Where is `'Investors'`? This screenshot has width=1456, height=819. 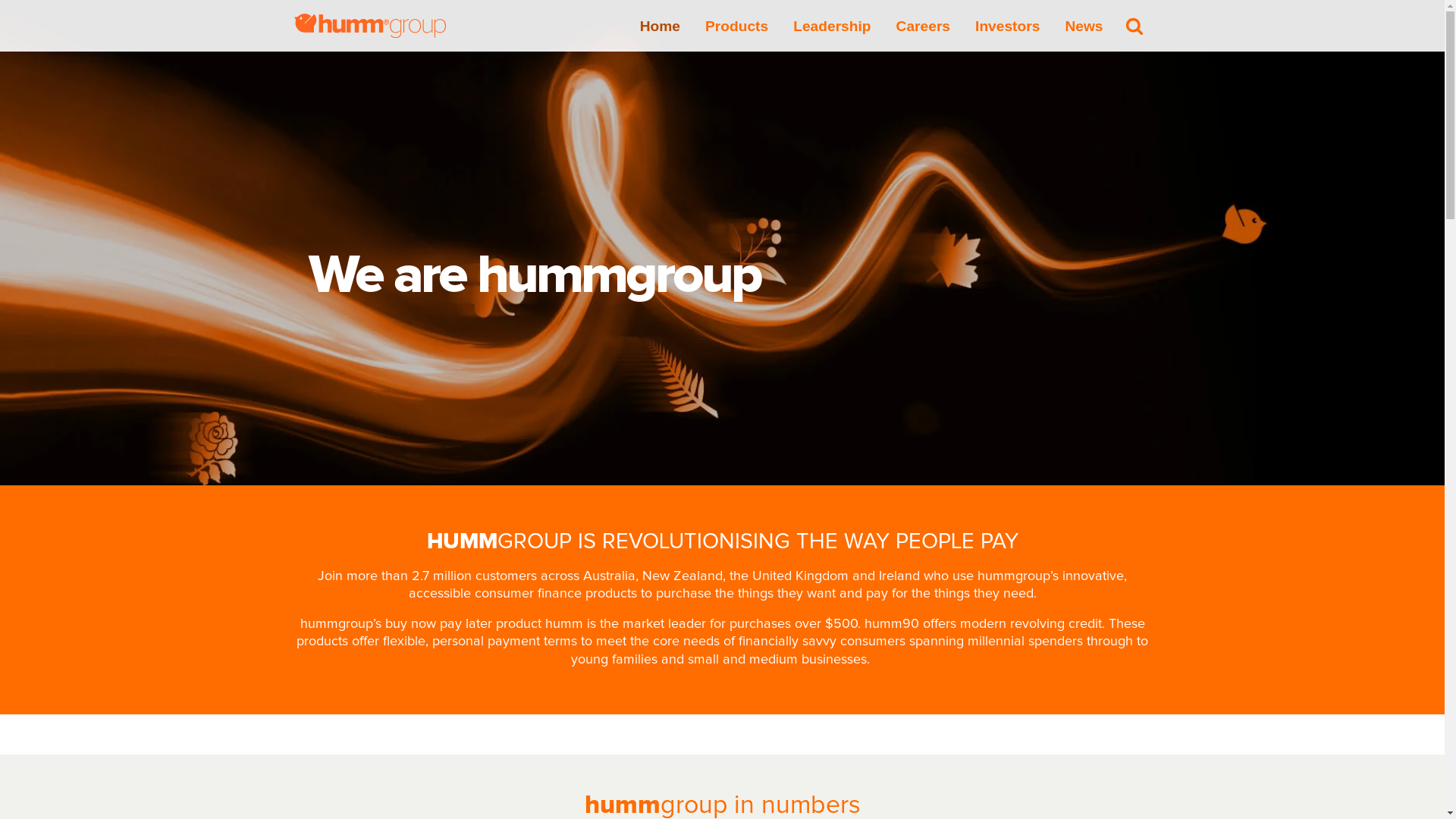
'Investors' is located at coordinates (1007, 25).